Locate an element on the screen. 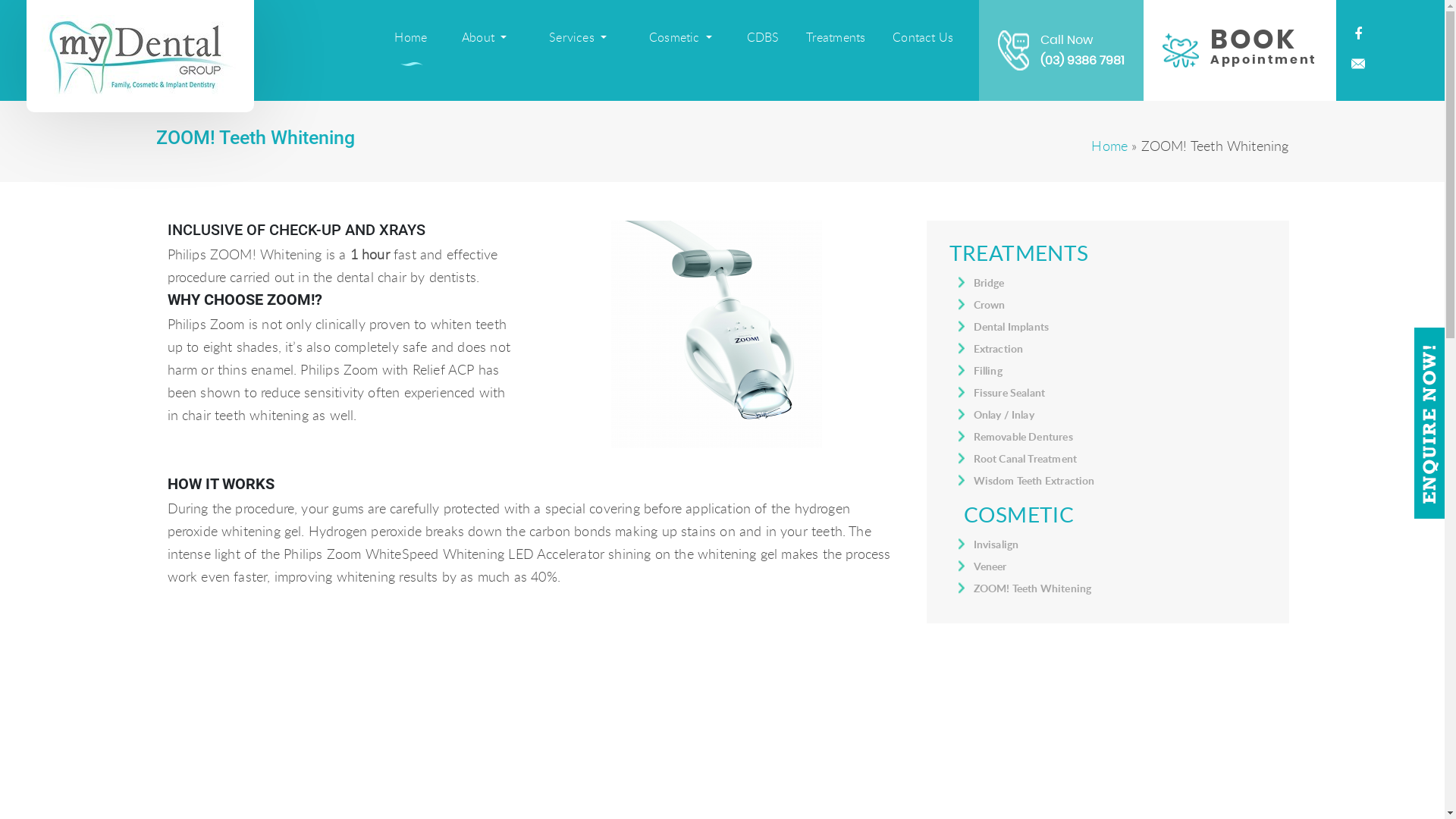 This screenshot has width=1456, height=819. 'Treatments' is located at coordinates (835, 36).